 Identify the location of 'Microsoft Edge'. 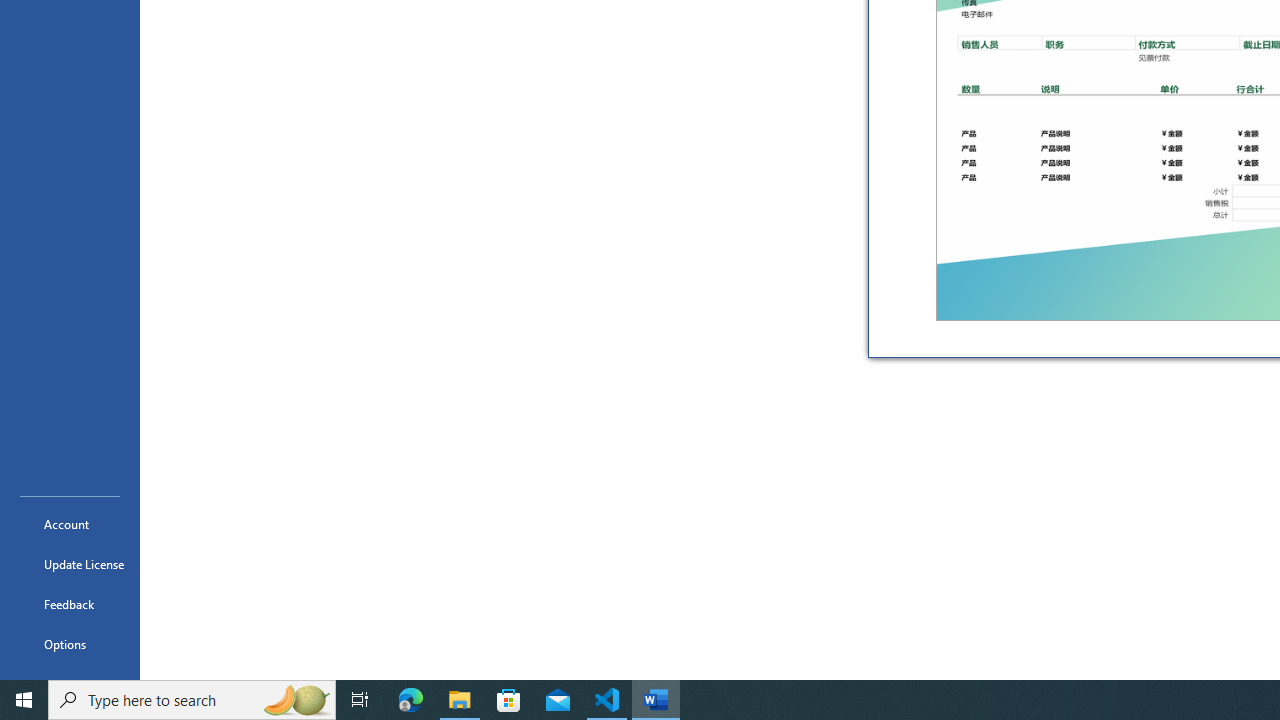
(410, 698).